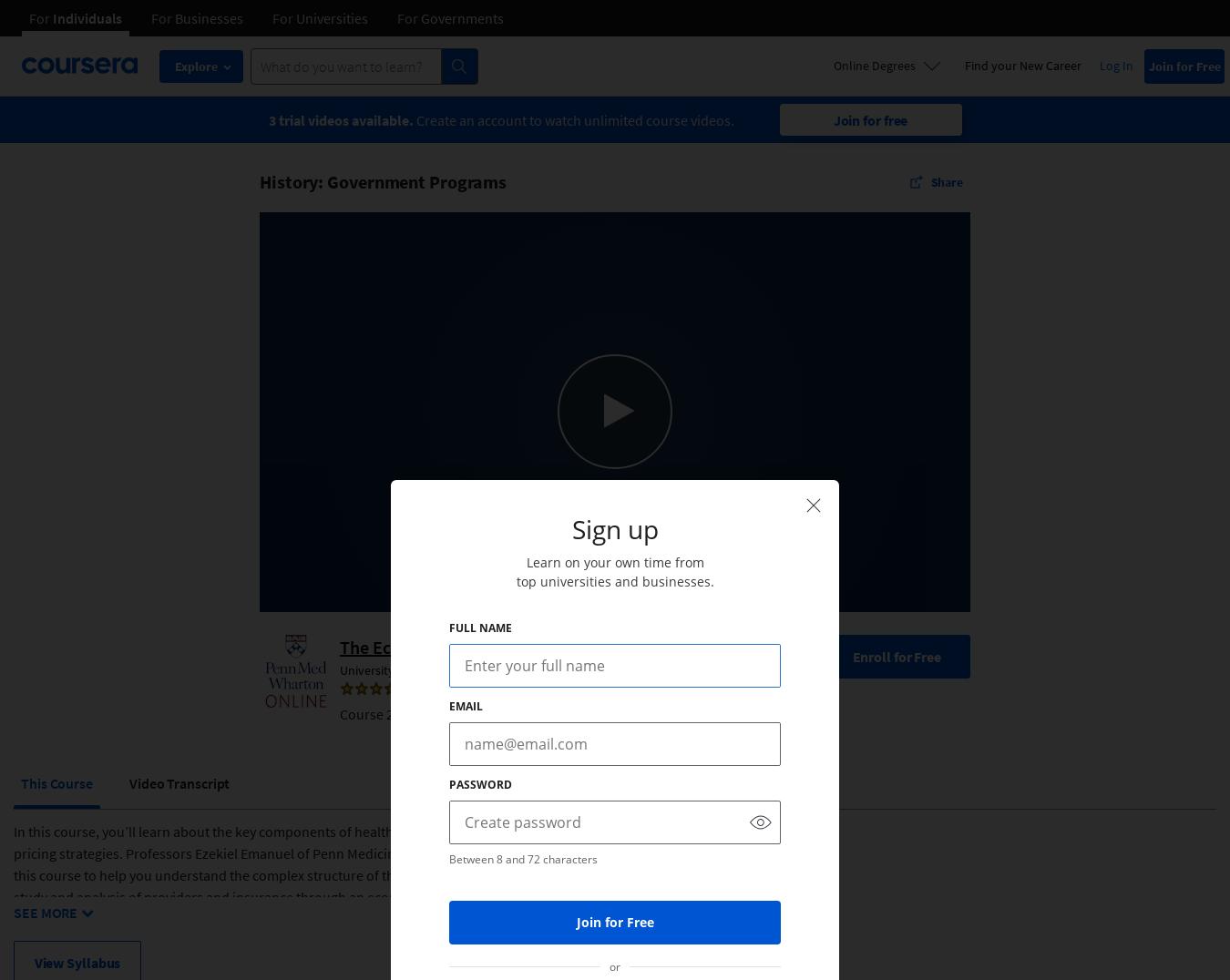  I want to click on 'Enroll for Free', so click(896, 654).